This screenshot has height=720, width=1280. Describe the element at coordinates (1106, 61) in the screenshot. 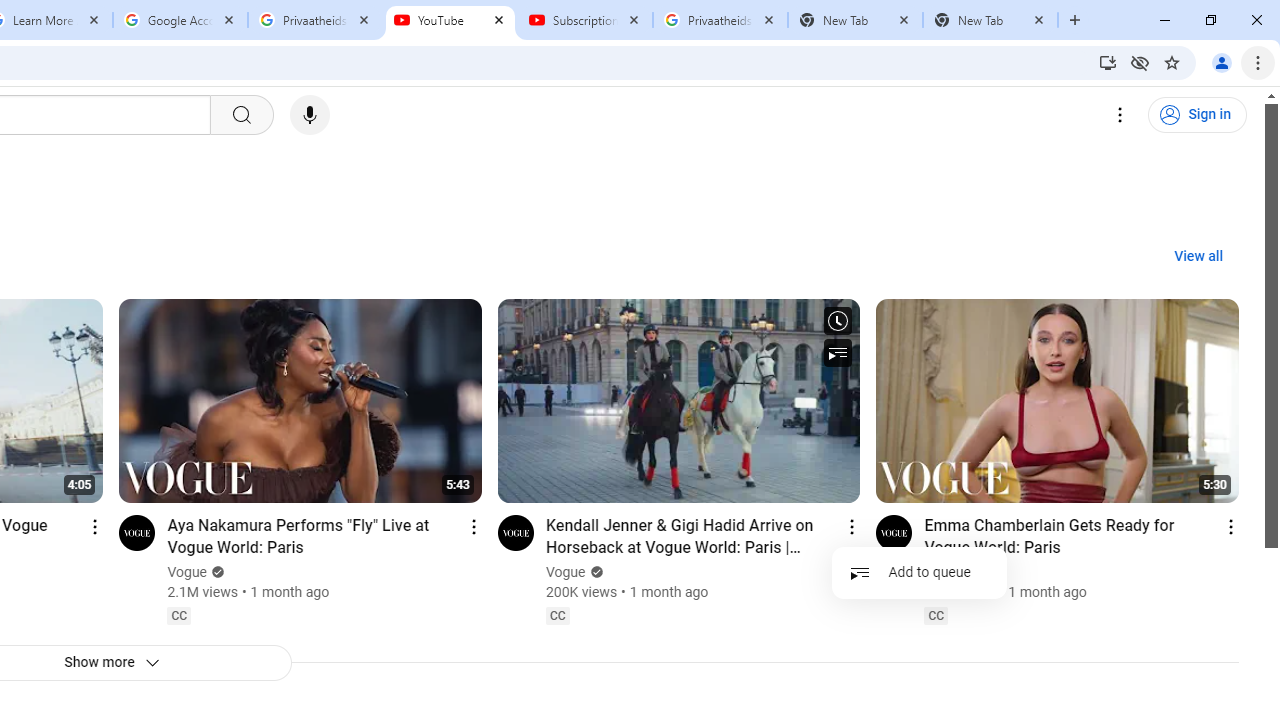

I see `'Install YouTube'` at that location.